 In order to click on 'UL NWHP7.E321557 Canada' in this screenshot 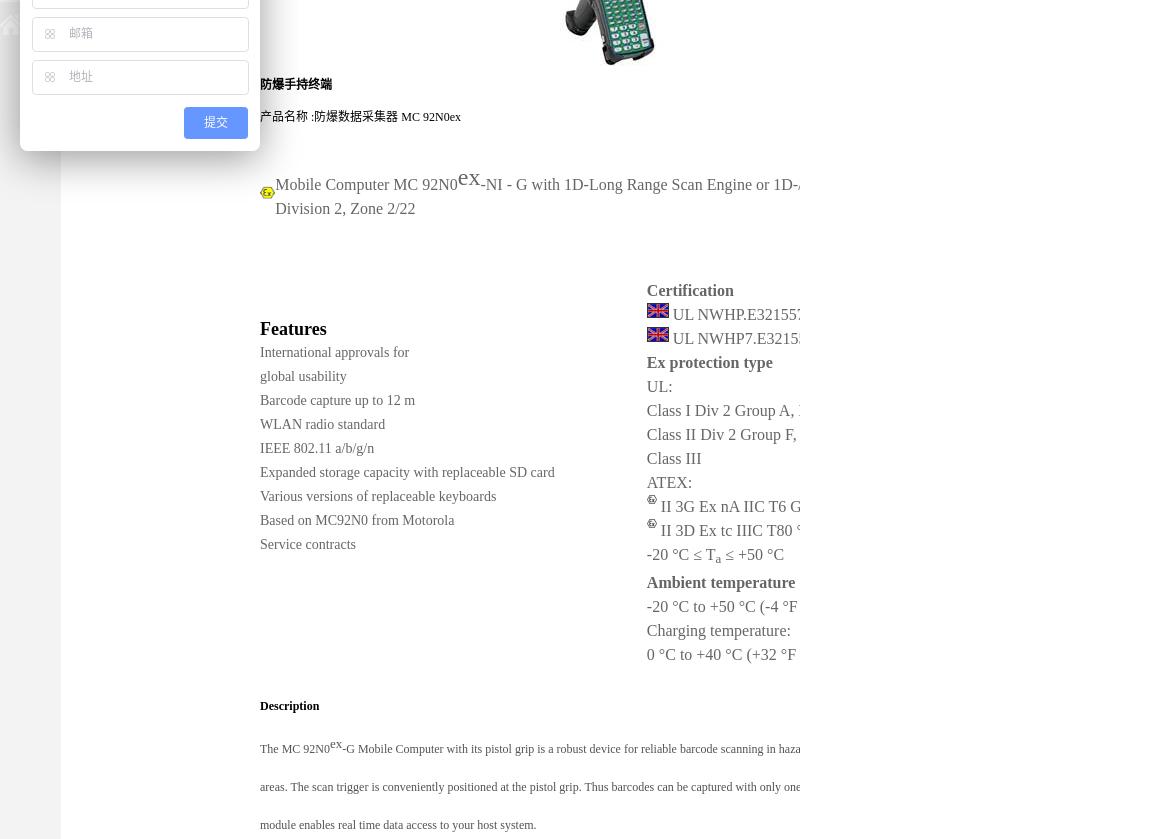, I will do `click(767, 338)`.